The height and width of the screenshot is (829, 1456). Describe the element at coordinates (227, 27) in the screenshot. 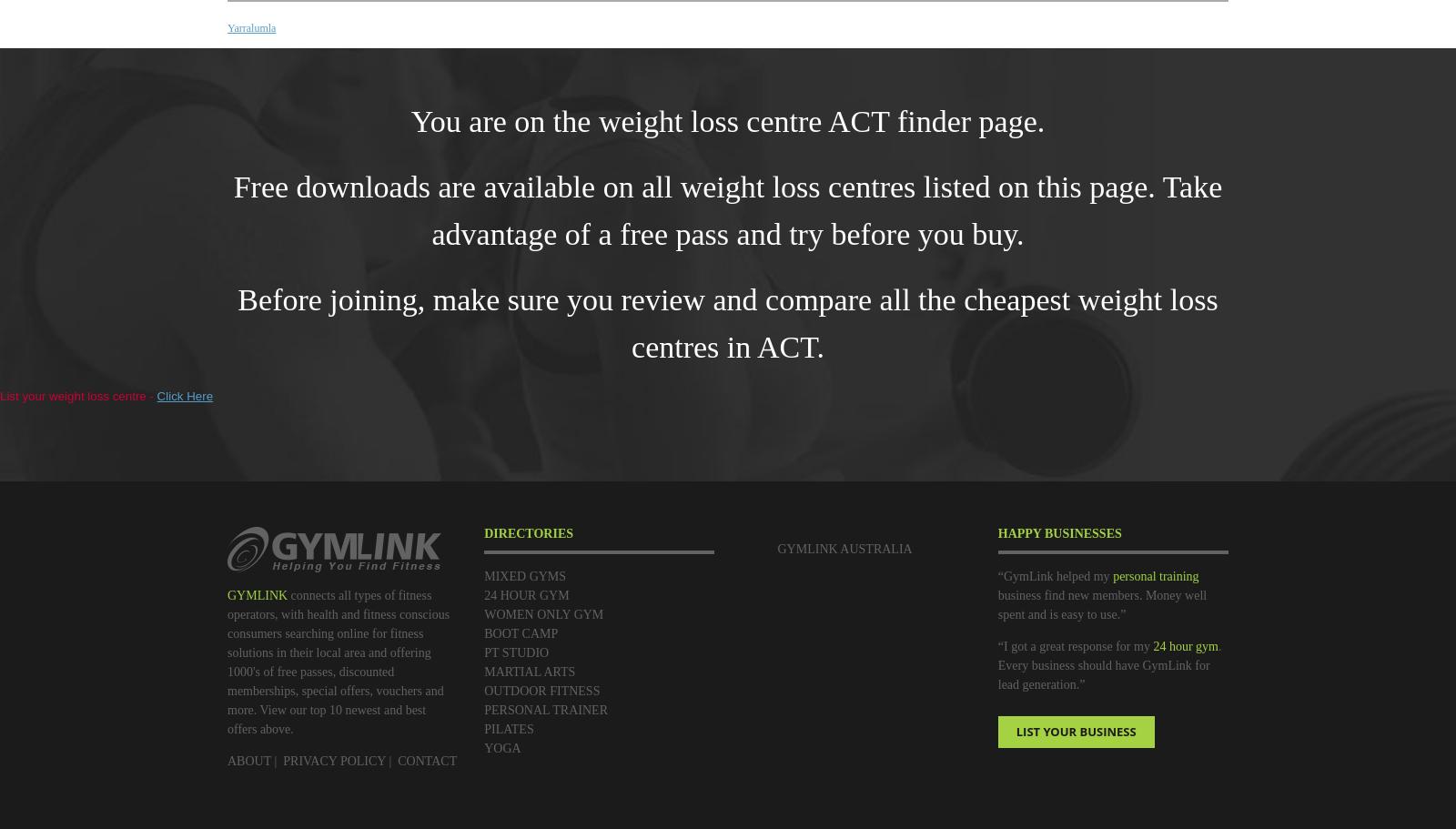

I see `'Yarralumla'` at that location.